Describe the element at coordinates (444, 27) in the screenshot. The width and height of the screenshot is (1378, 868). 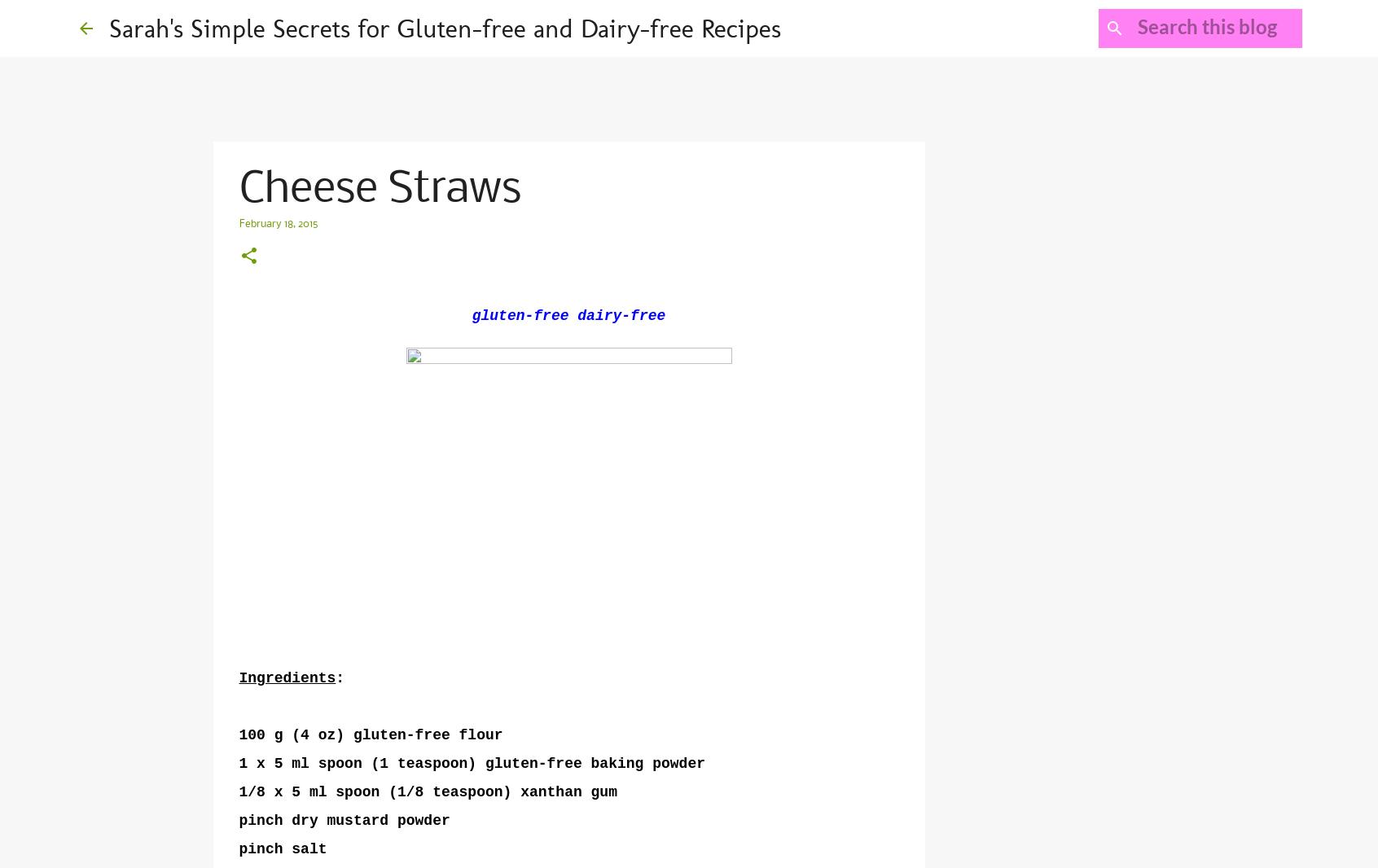
I see `'Sarah's Simple Secrets for Gluten-free and Dairy-free Recipes'` at that location.